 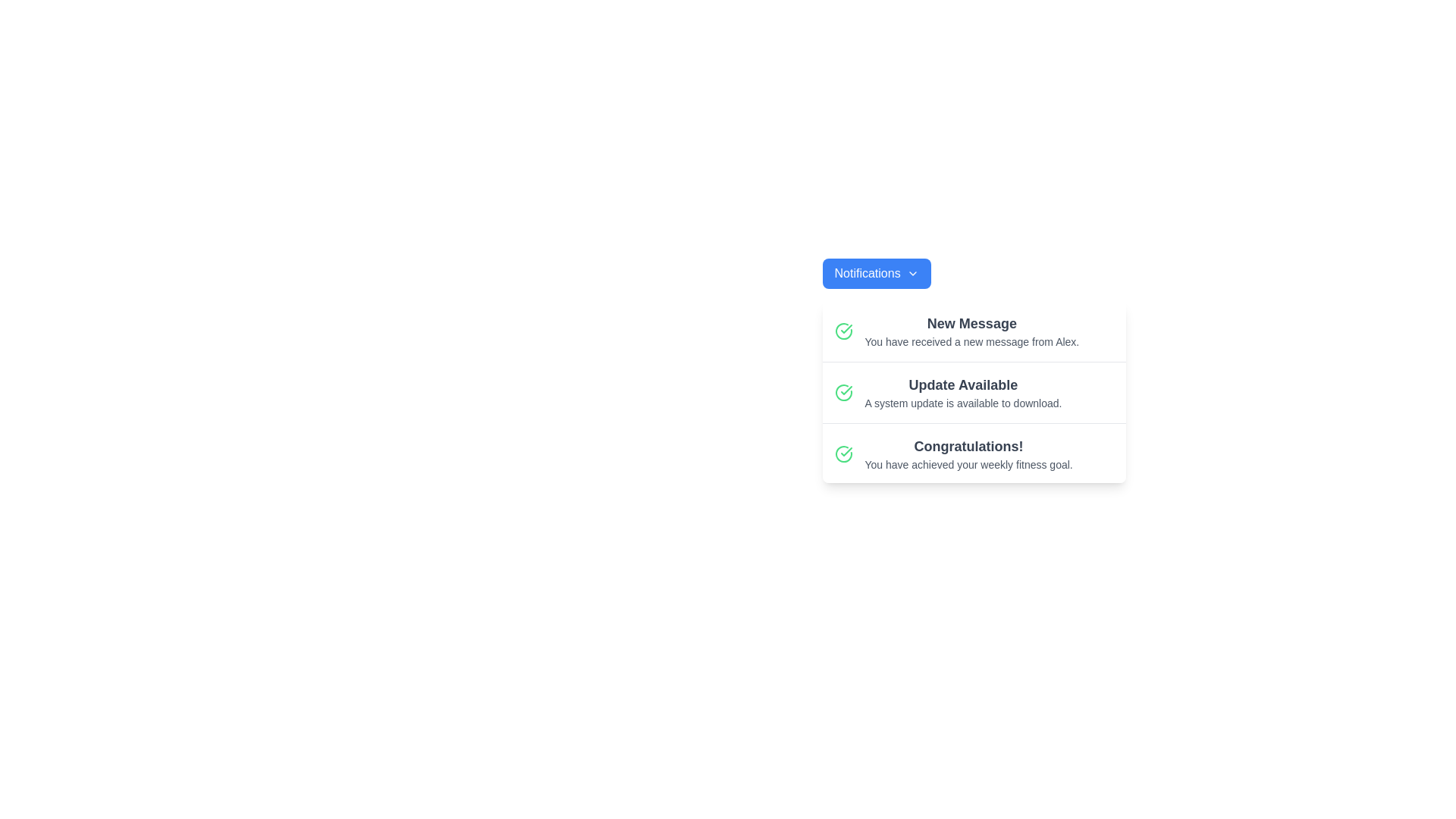 What do you see at coordinates (962, 403) in the screenshot?
I see `the static text label that reads 'A system update is available to download.', which is located below the bold 'Update Available' text in the notification panel` at bounding box center [962, 403].